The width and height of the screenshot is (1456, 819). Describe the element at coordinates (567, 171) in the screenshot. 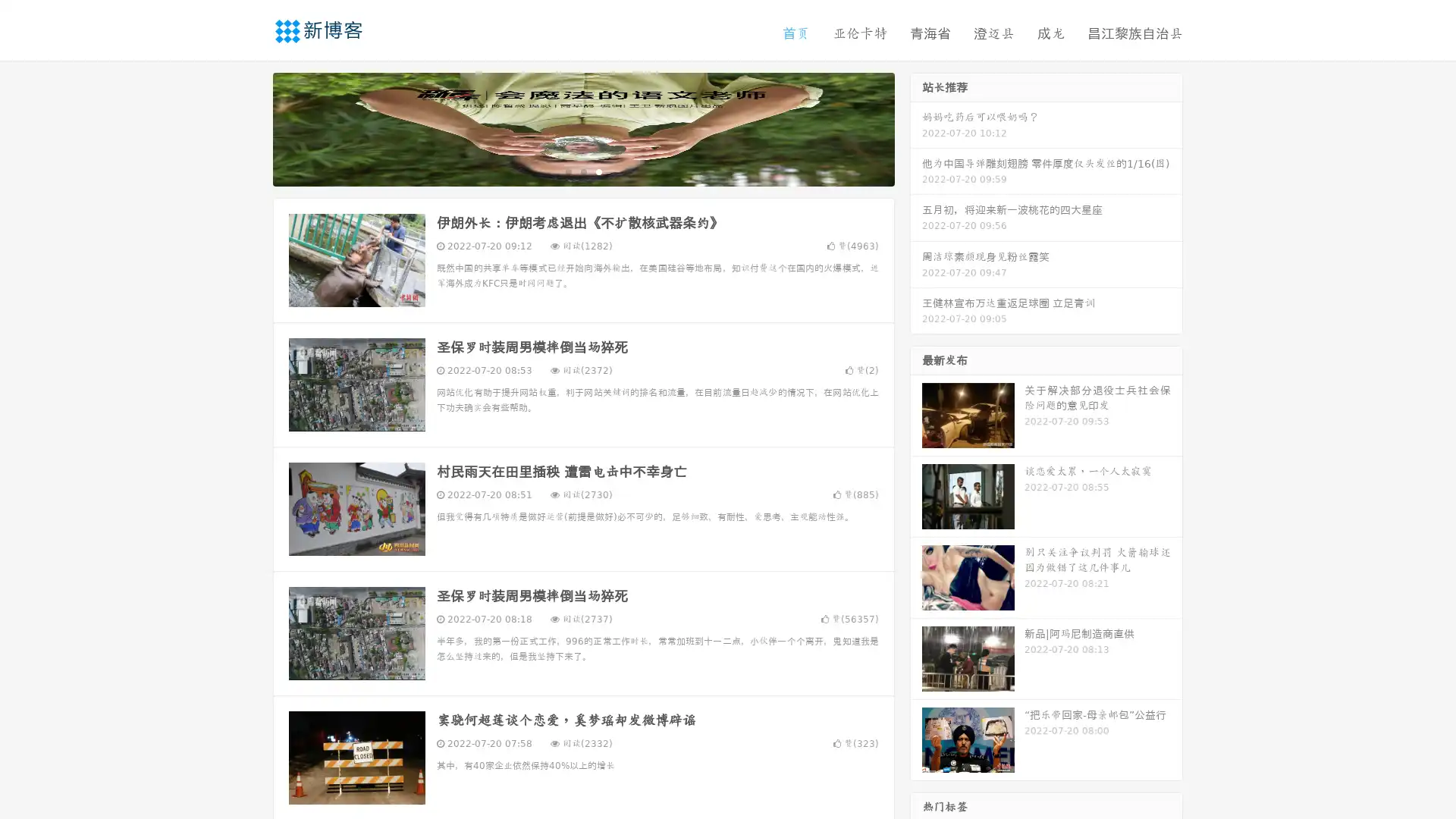

I see `Go to slide 1` at that location.